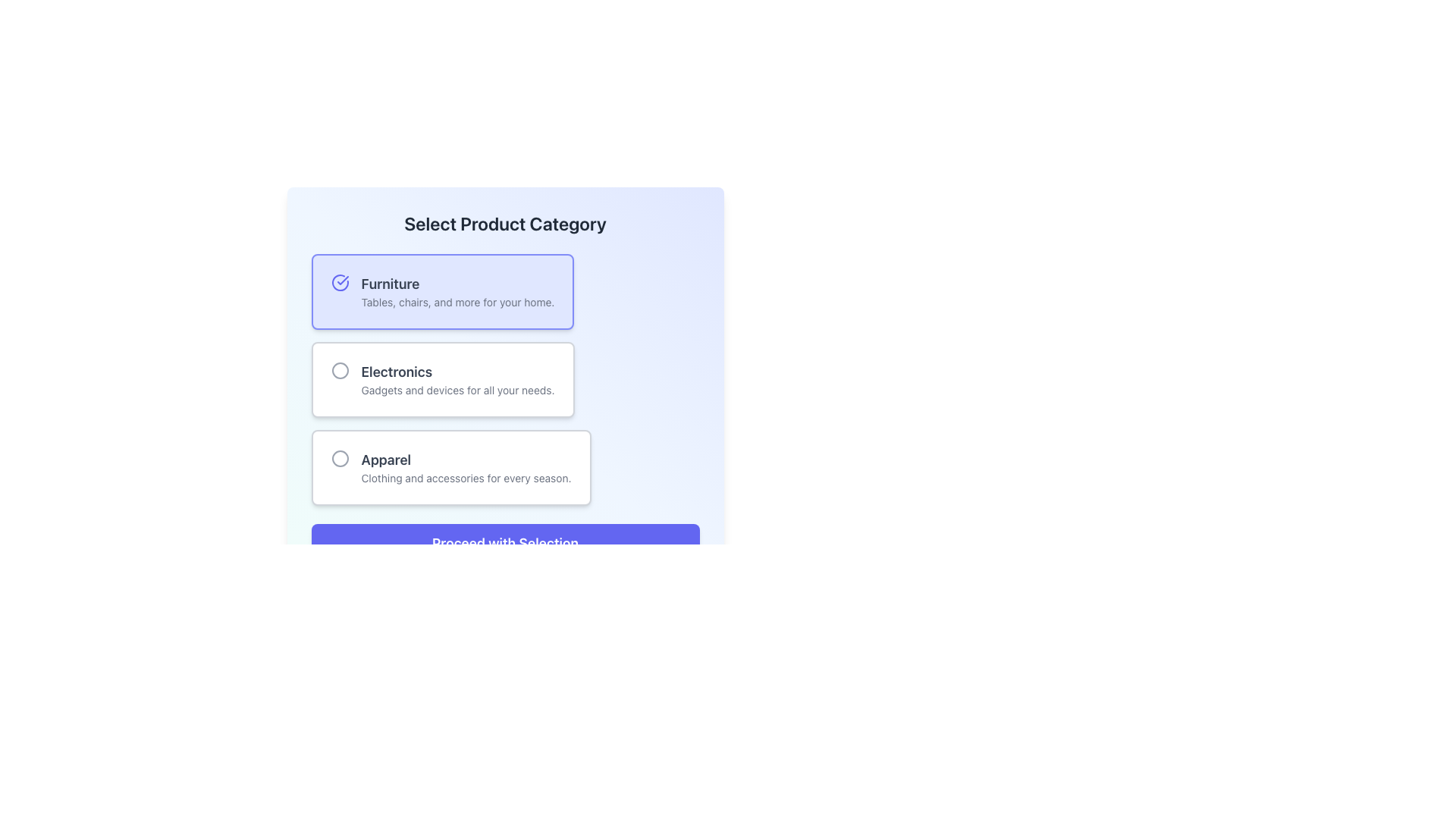  I want to click on the circular checkmark icon with a blue outline located to the left of the text 'Furniture' for visual confirmation, so click(339, 283).